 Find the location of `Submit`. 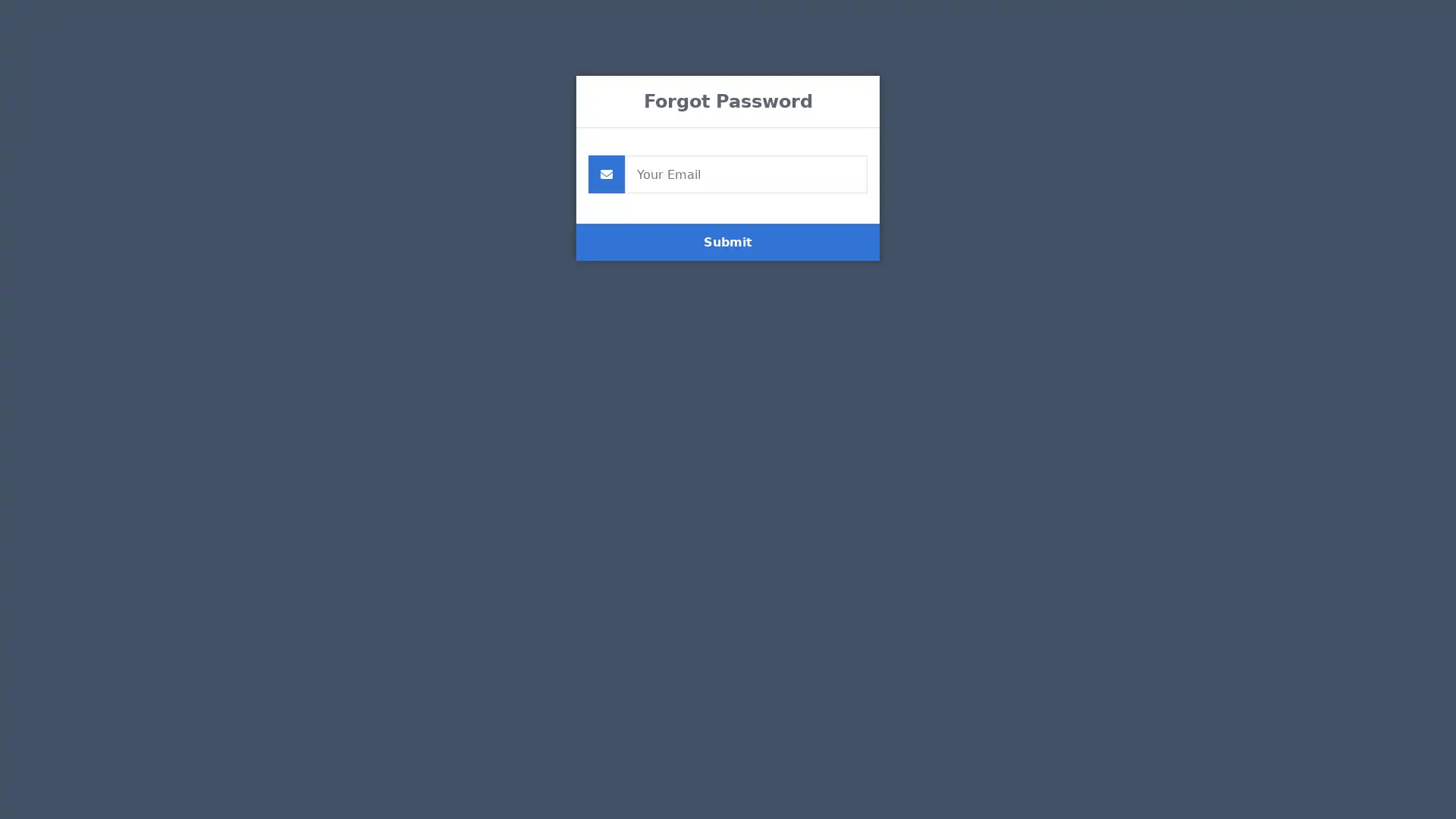

Submit is located at coordinates (728, 241).